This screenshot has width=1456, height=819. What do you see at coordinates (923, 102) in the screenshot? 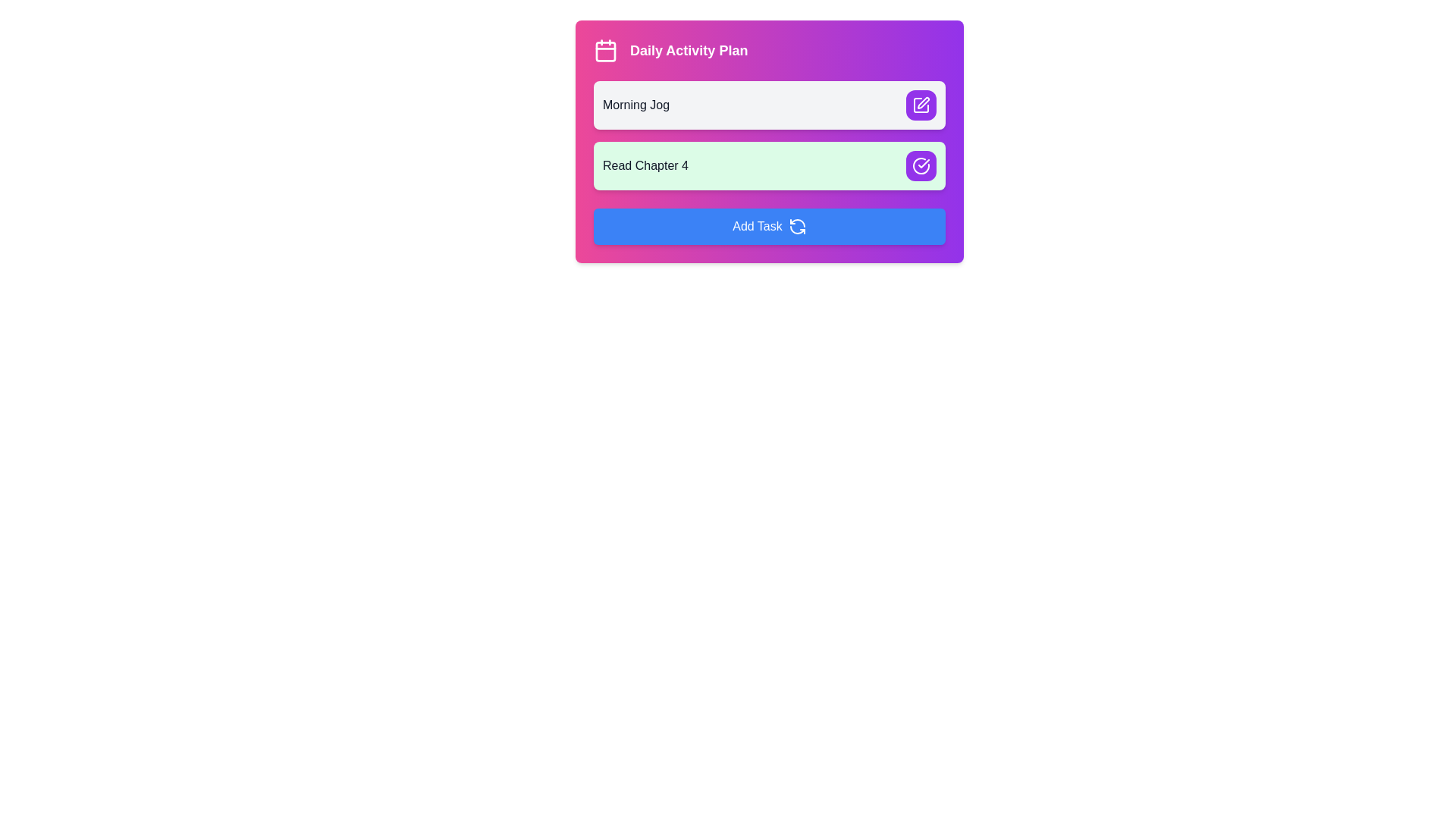
I see `the editing icon button located on the right edge of the 'Morning Jog' task to modify or edit the task` at bounding box center [923, 102].